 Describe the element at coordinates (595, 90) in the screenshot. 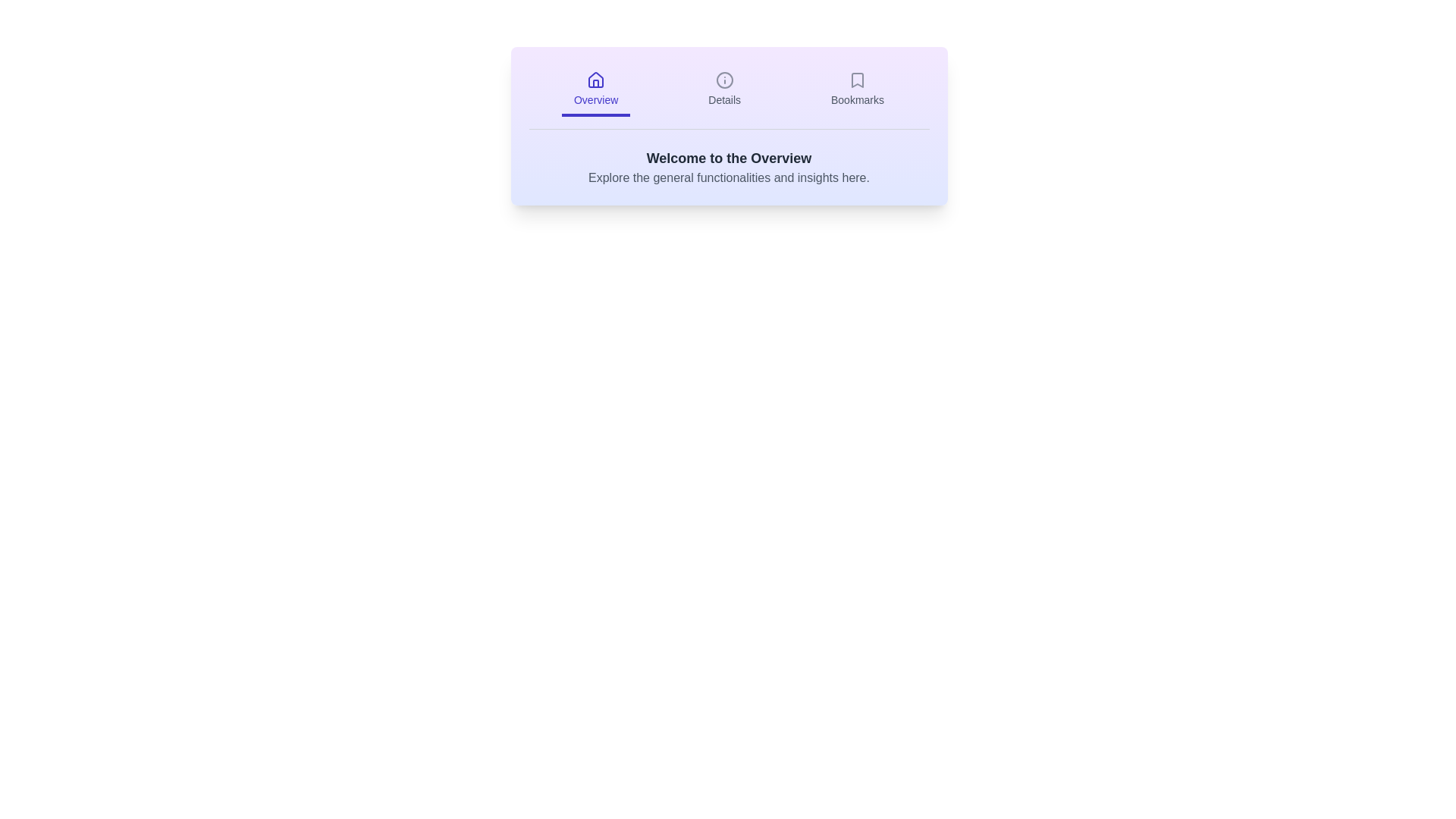

I see `the 'Overview' button, which features a house icon and indigo text, located at the top center of the interface as the first tab in a group of tabs` at that location.